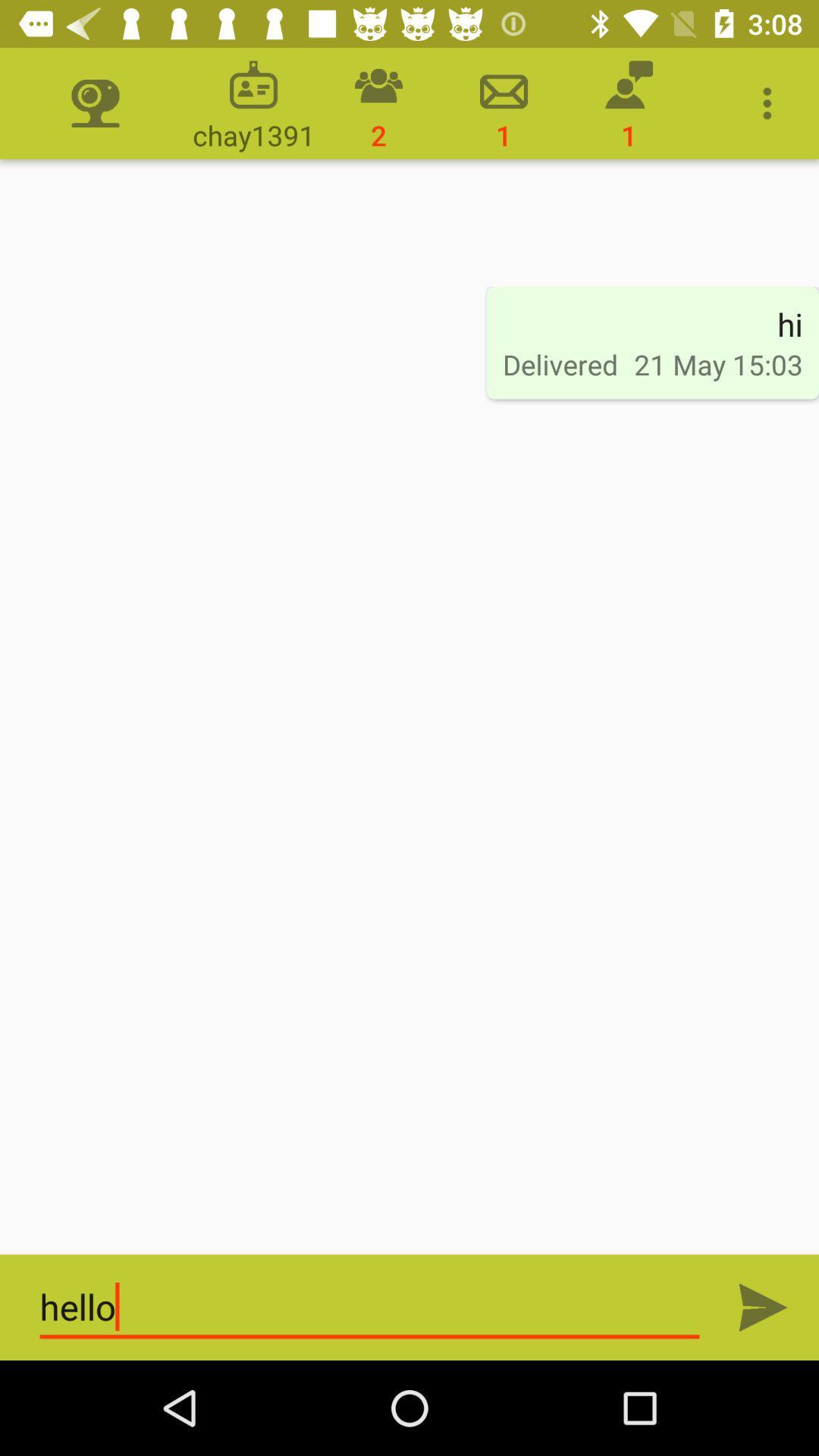 The image size is (819, 1456). What do you see at coordinates (763, 1307) in the screenshot?
I see `send message` at bounding box center [763, 1307].